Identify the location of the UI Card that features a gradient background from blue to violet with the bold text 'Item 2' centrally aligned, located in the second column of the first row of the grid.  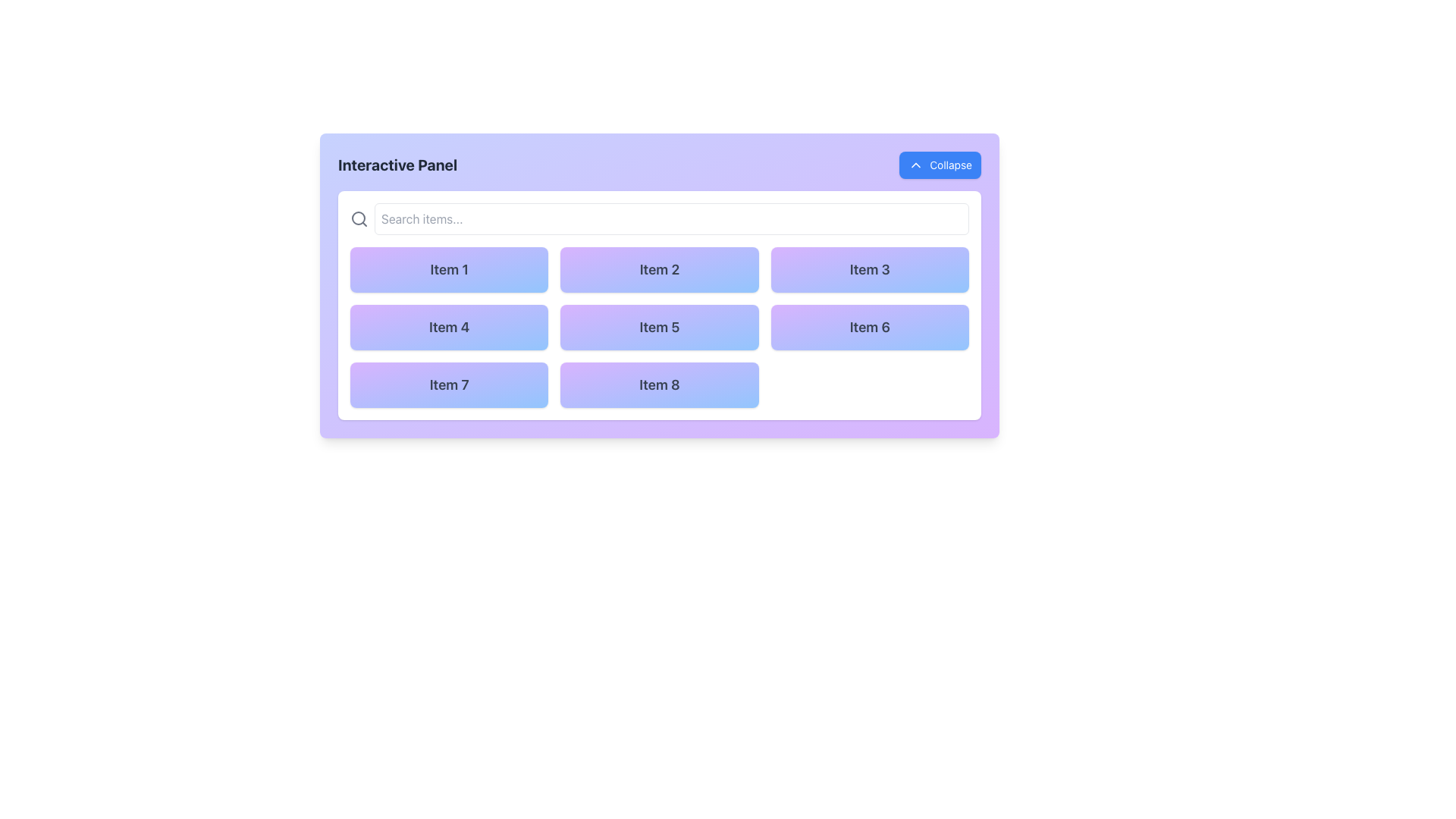
(659, 286).